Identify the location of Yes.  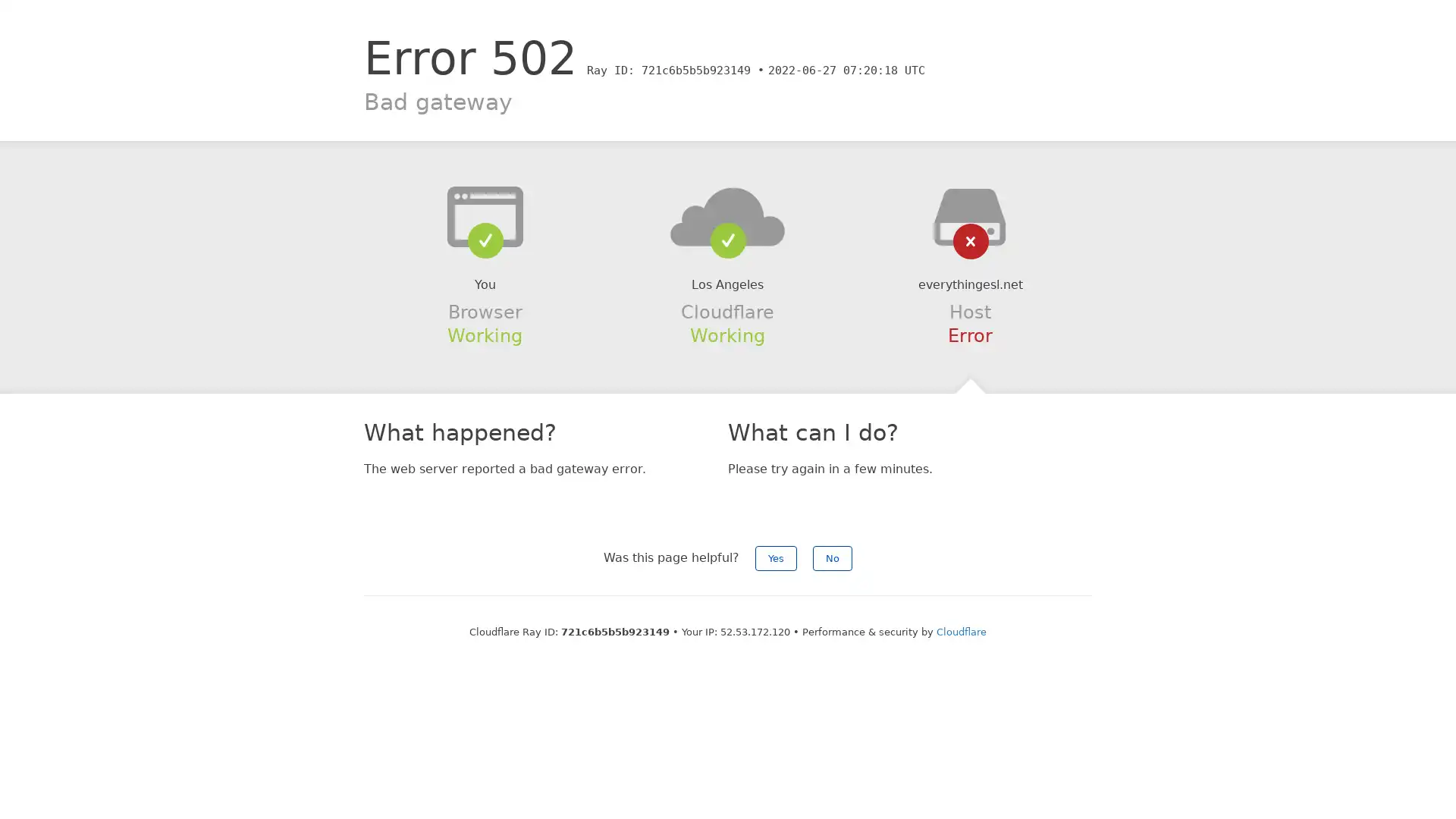
(776, 558).